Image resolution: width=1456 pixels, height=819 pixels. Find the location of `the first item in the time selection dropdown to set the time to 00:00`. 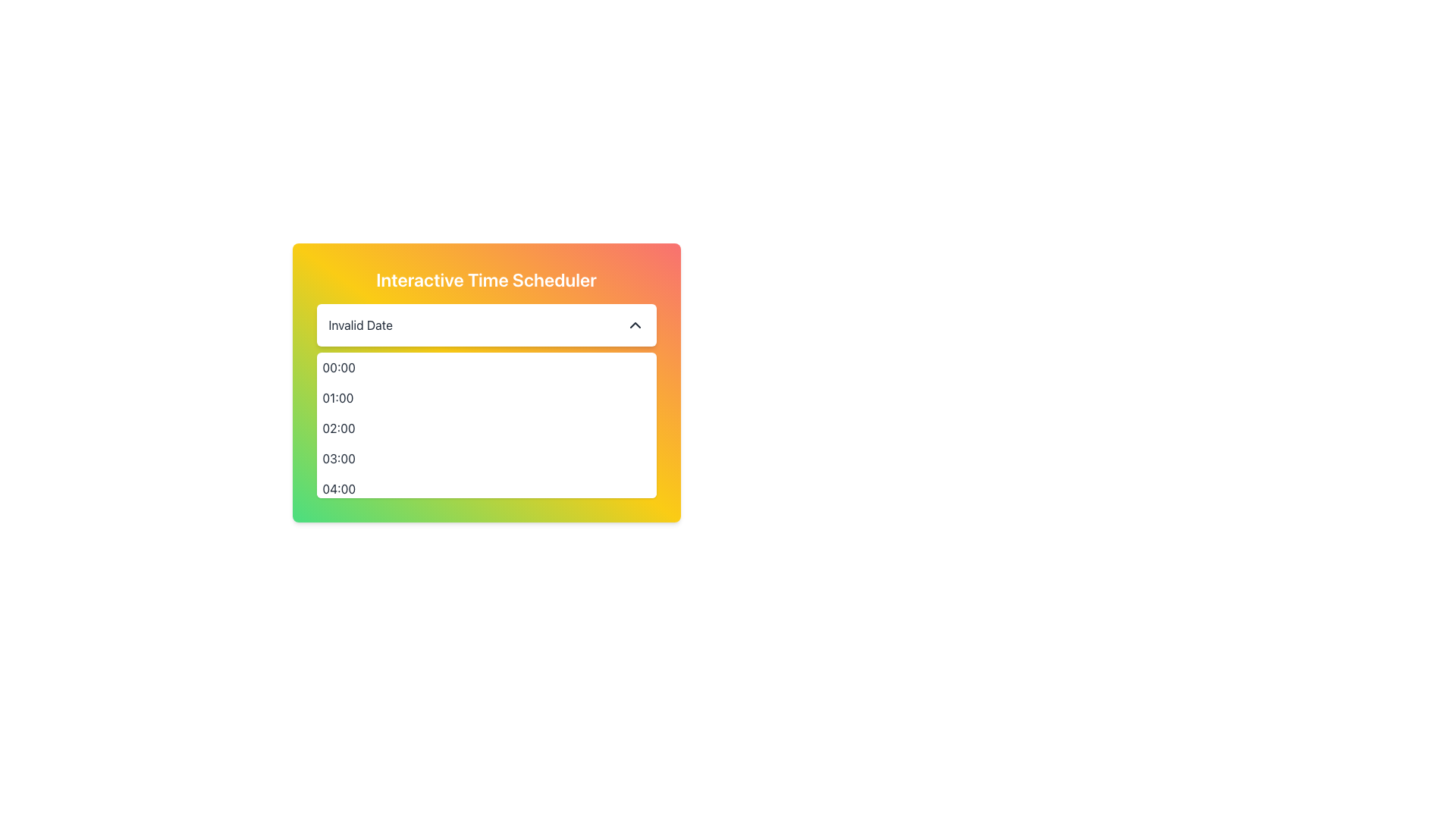

the first item in the time selection dropdown to set the time to 00:00 is located at coordinates (486, 368).